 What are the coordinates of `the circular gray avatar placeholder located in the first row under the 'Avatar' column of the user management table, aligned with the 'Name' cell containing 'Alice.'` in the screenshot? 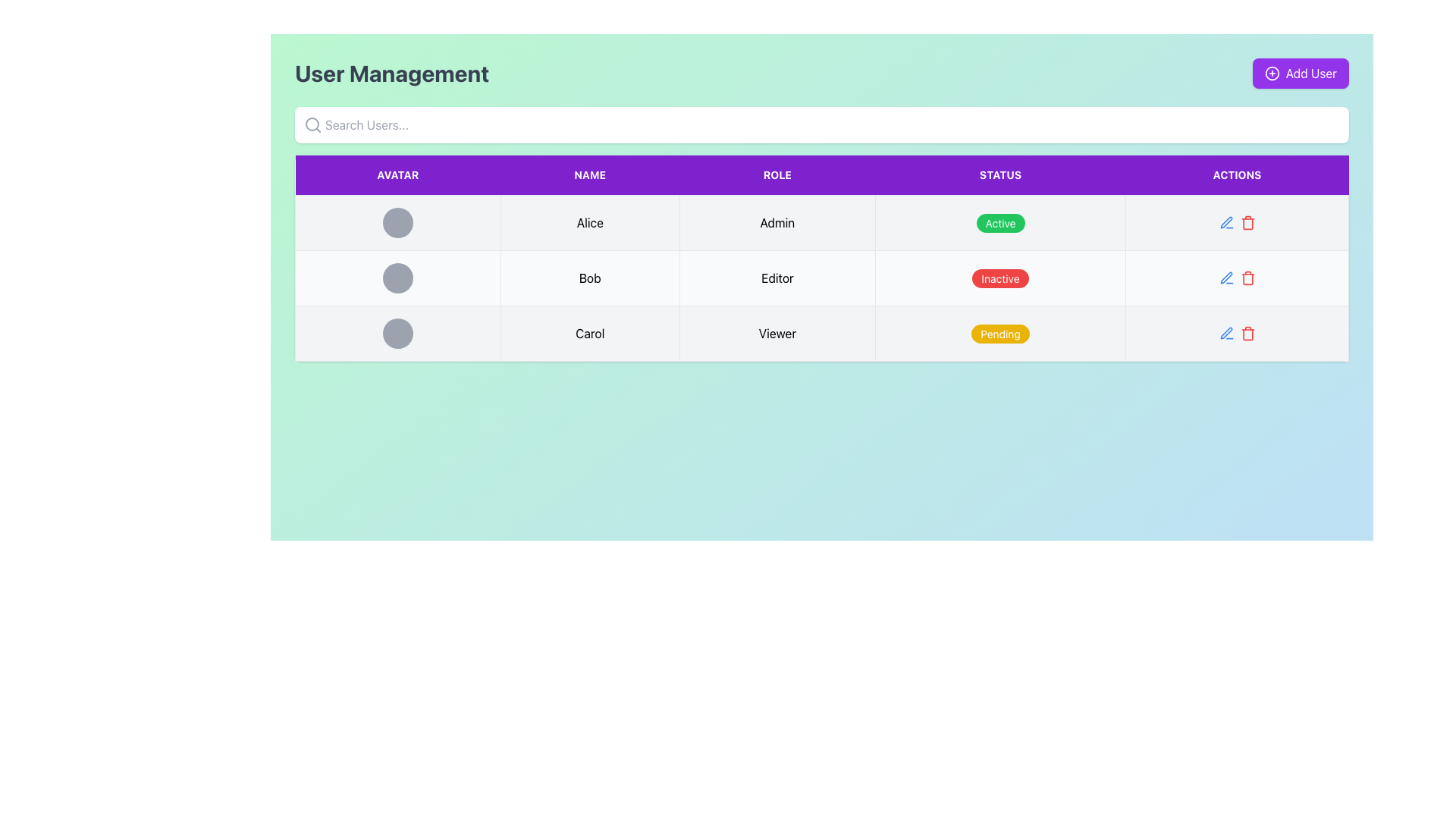 It's located at (397, 222).